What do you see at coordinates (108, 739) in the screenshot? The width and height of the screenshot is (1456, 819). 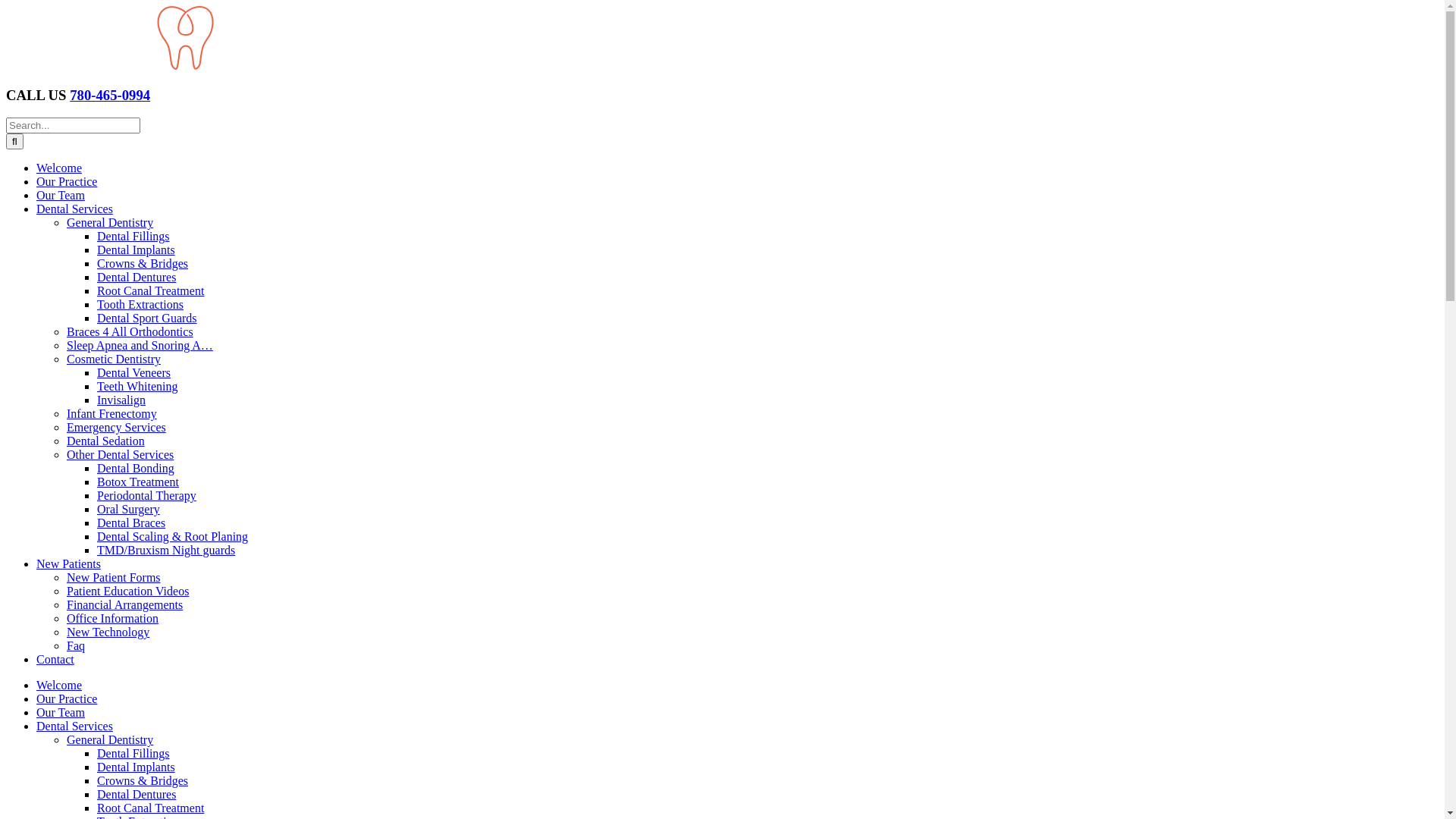 I see `'General Dentistry'` at bounding box center [108, 739].